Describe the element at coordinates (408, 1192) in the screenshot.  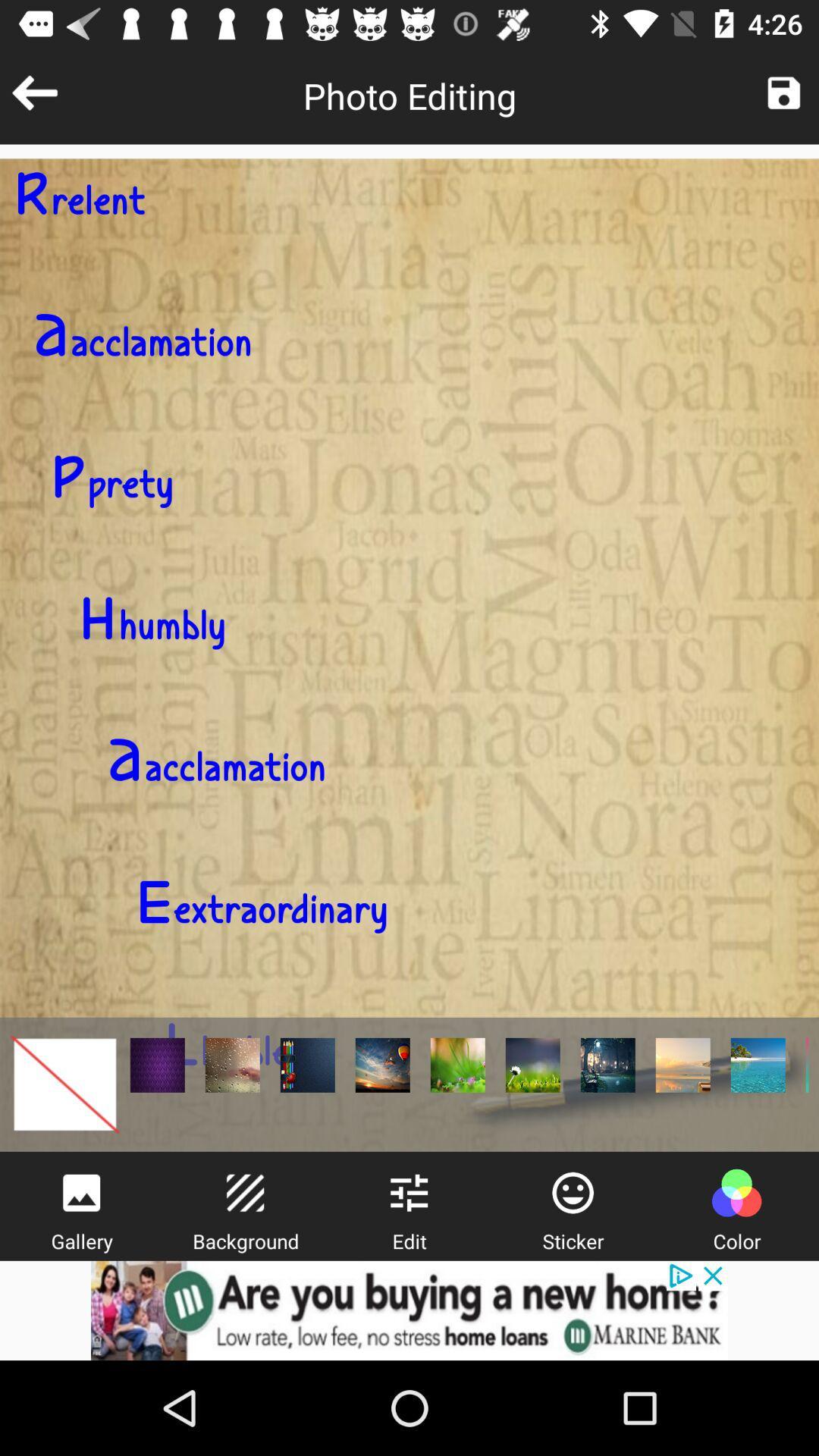
I see `the sliders icon` at that location.